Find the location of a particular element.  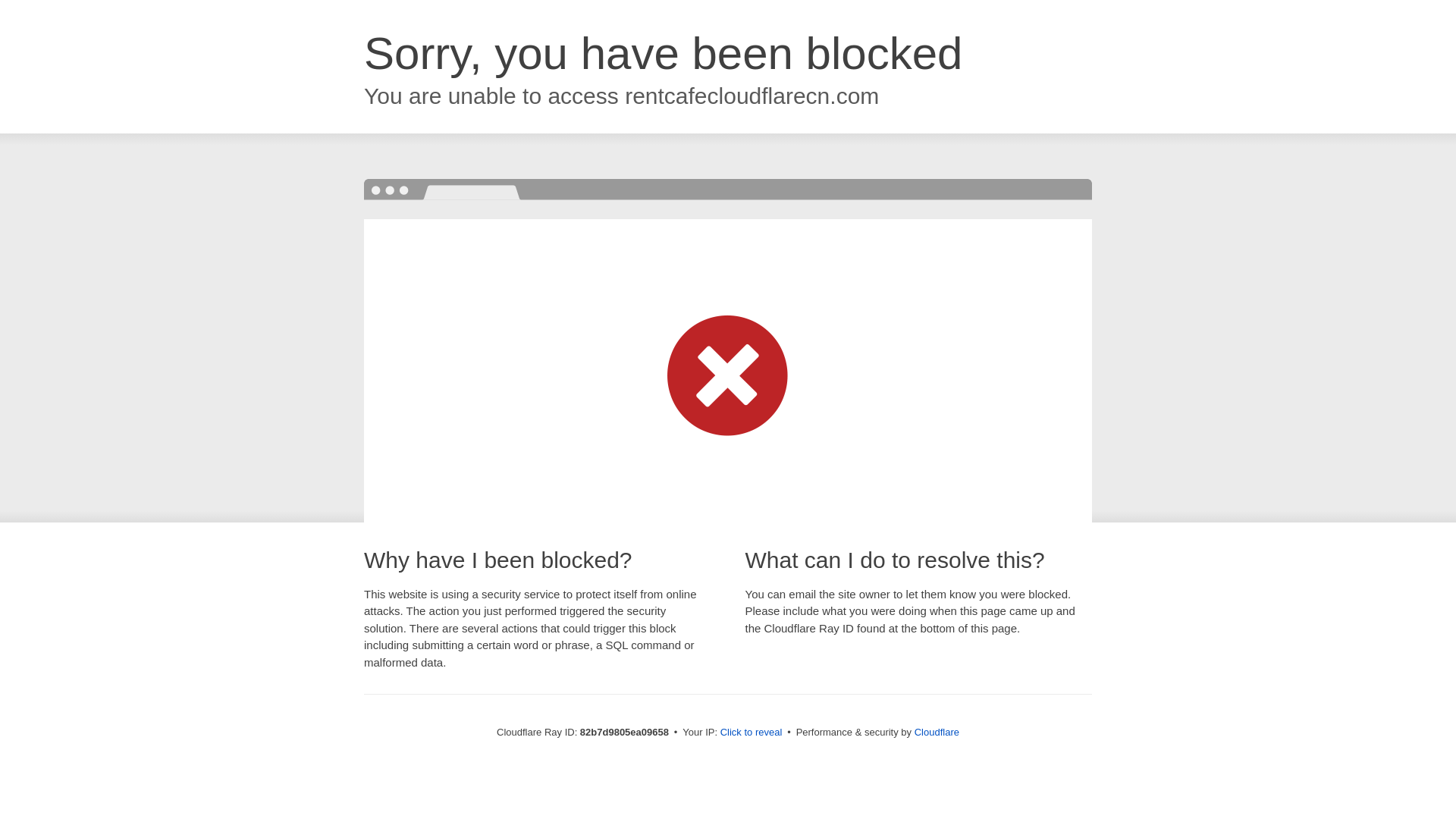

'Cloudflare' is located at coordinates (936, 731).